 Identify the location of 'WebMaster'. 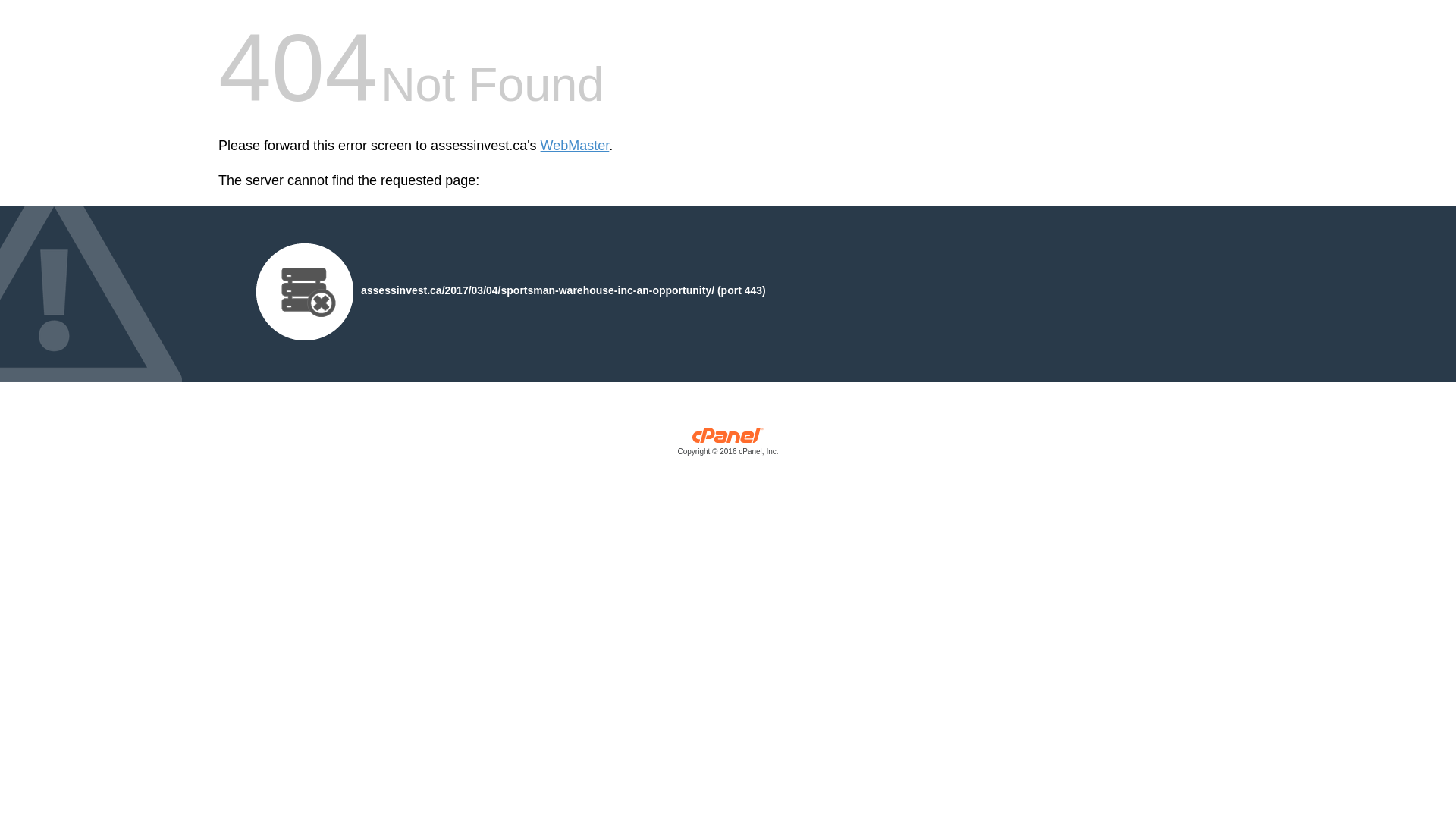
(574, 146).